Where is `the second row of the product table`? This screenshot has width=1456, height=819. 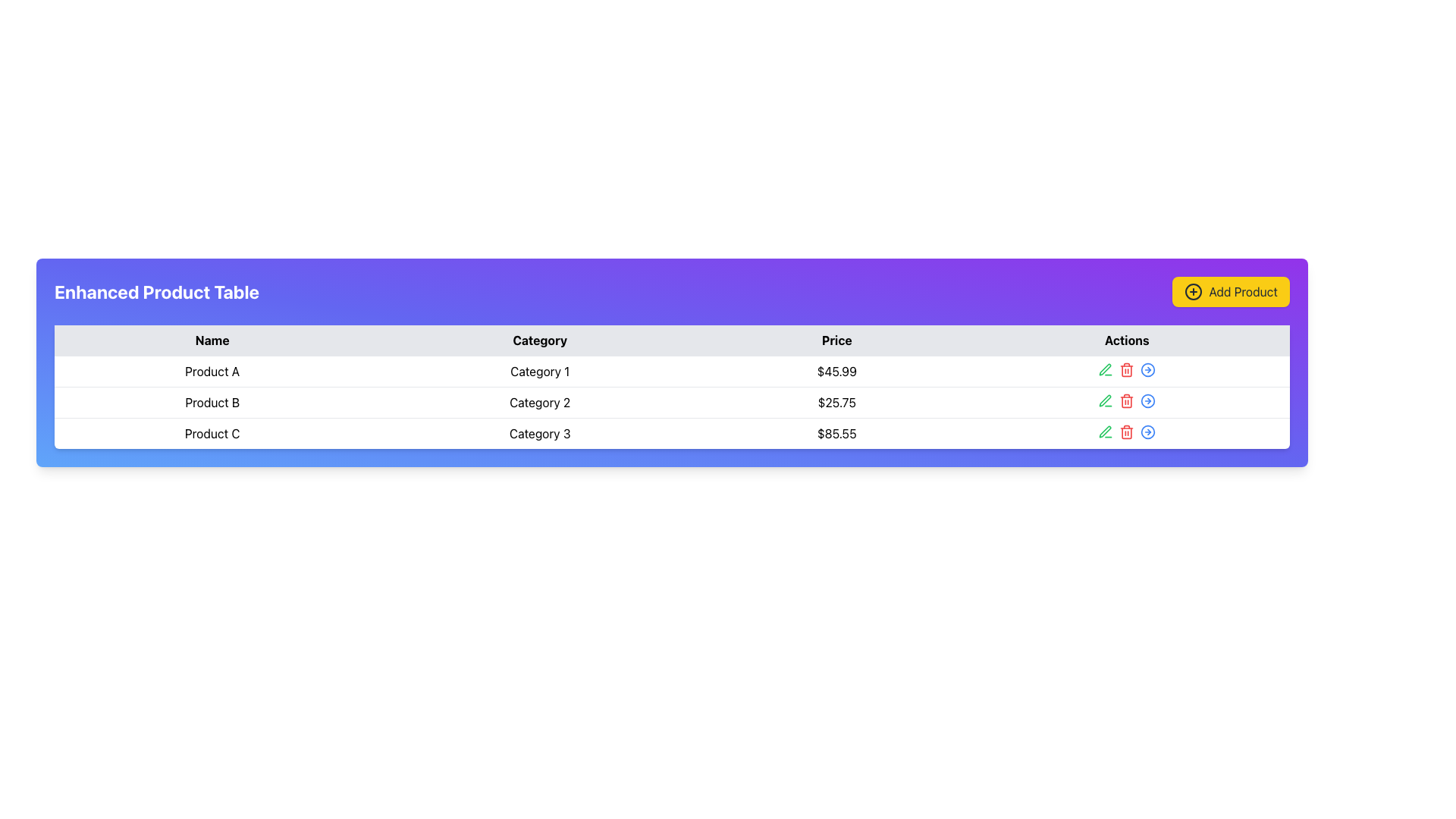
the second row of the product table is located at coordinates (671, 402).